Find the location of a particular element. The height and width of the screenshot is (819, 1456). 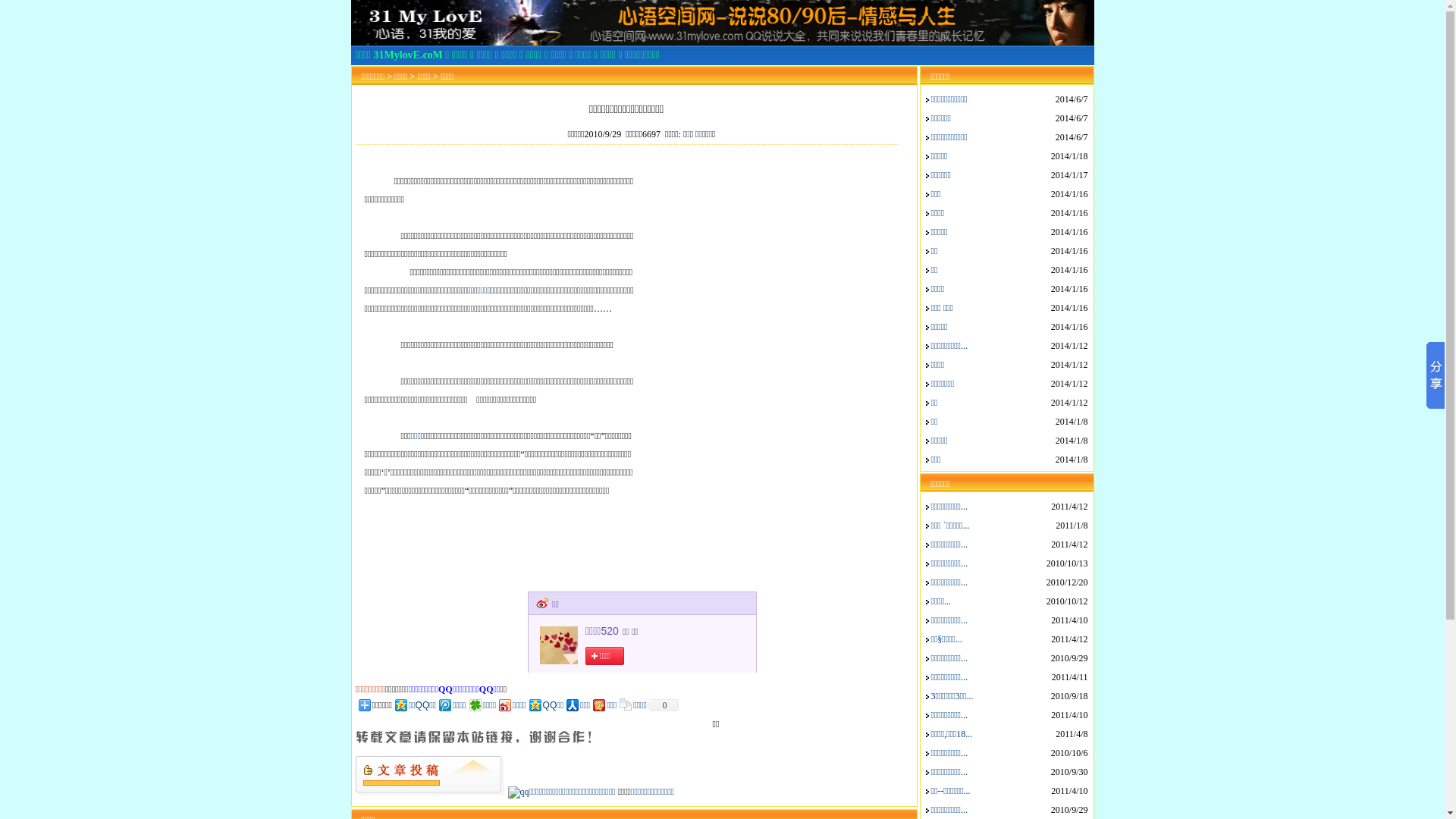

'0' is located at coordinates (662, 704).